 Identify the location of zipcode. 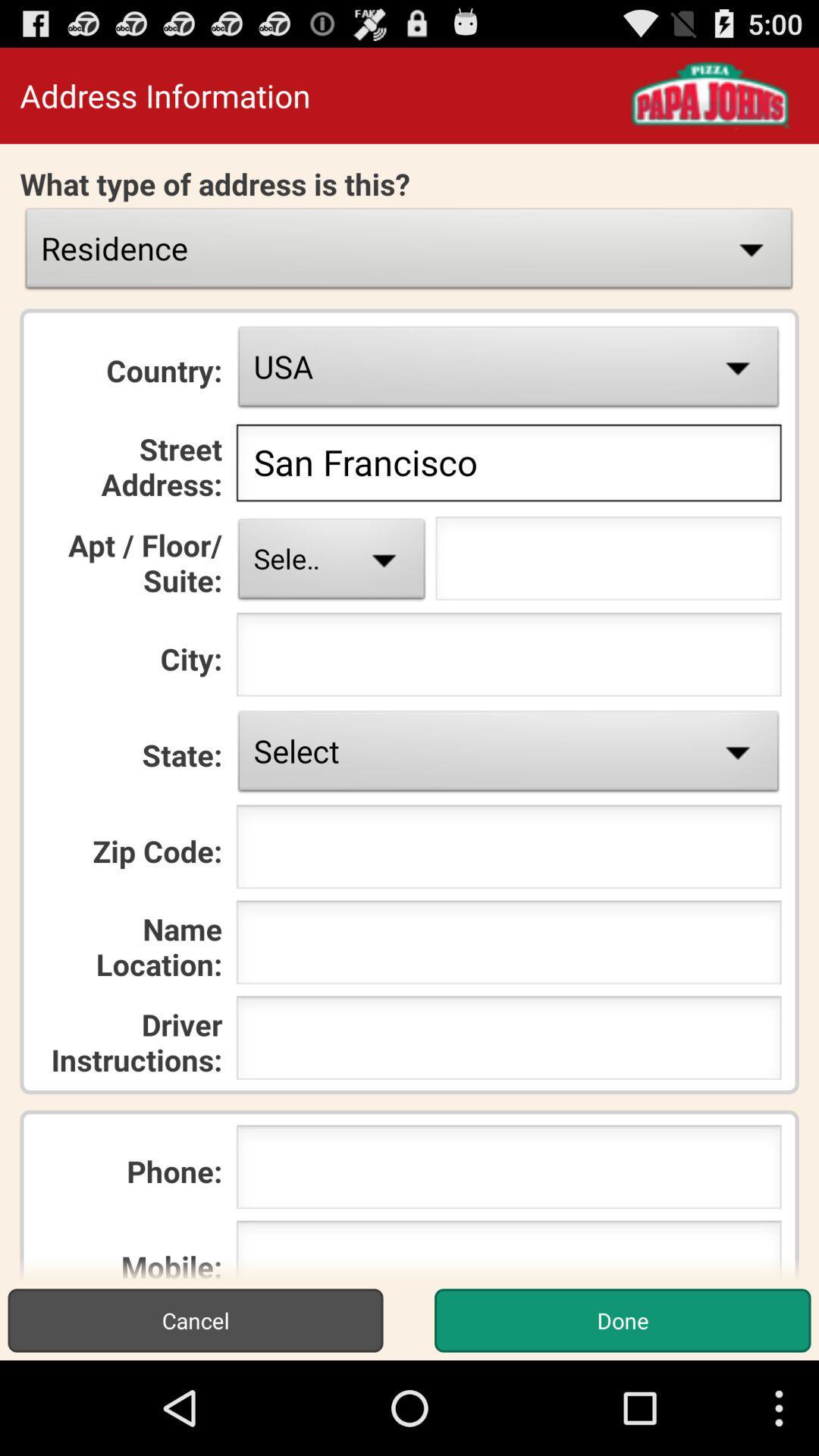
(509, 851).